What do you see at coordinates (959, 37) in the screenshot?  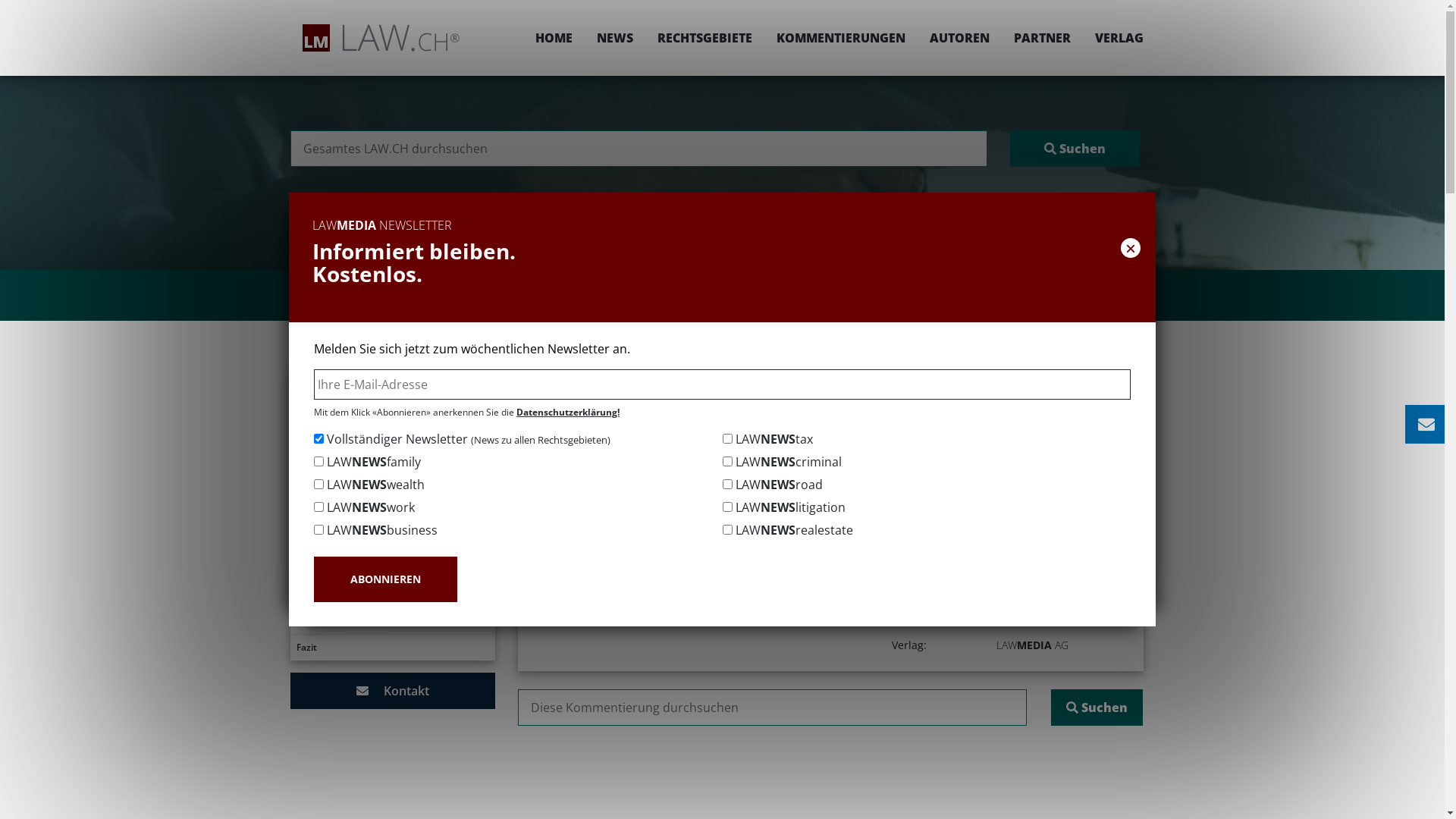 I see `'AUTOREN'` at bounding box center [959, 37].